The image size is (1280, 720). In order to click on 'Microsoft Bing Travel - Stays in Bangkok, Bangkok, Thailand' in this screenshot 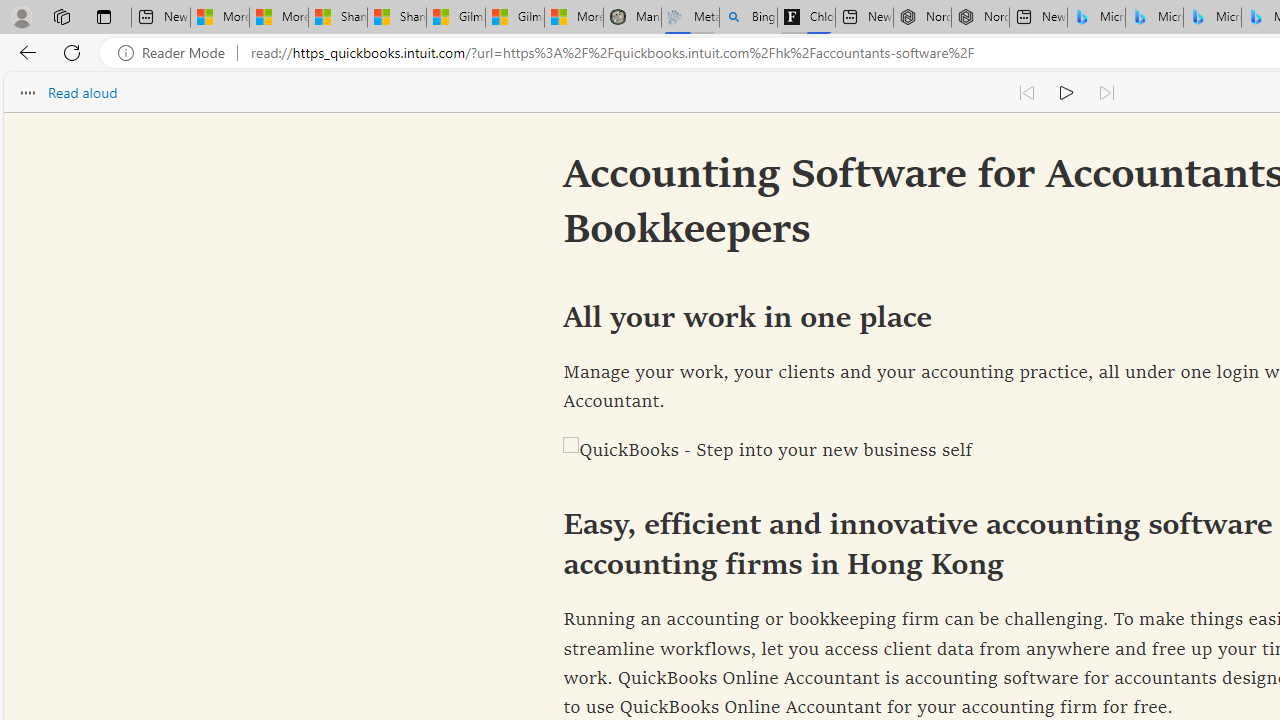, I will do `click(1154, 17)`.